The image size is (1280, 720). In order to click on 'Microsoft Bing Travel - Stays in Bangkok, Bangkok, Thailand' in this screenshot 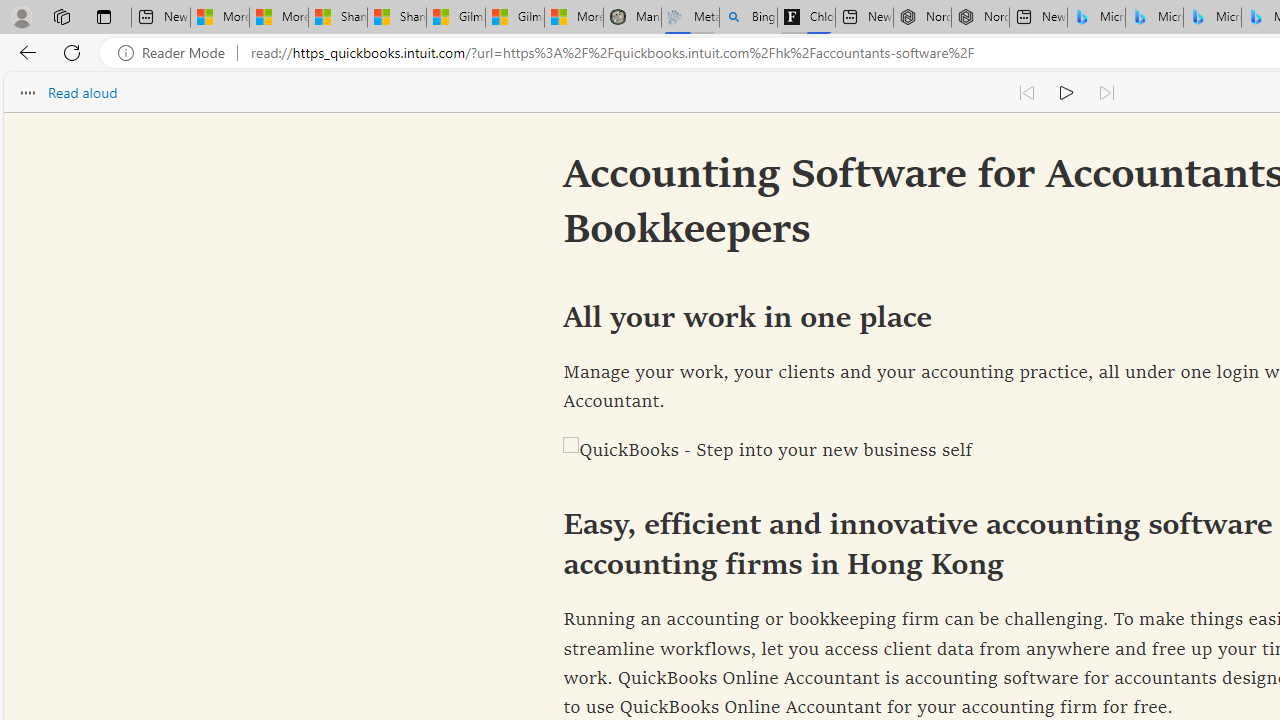, I will do `click(1154, 17)`.